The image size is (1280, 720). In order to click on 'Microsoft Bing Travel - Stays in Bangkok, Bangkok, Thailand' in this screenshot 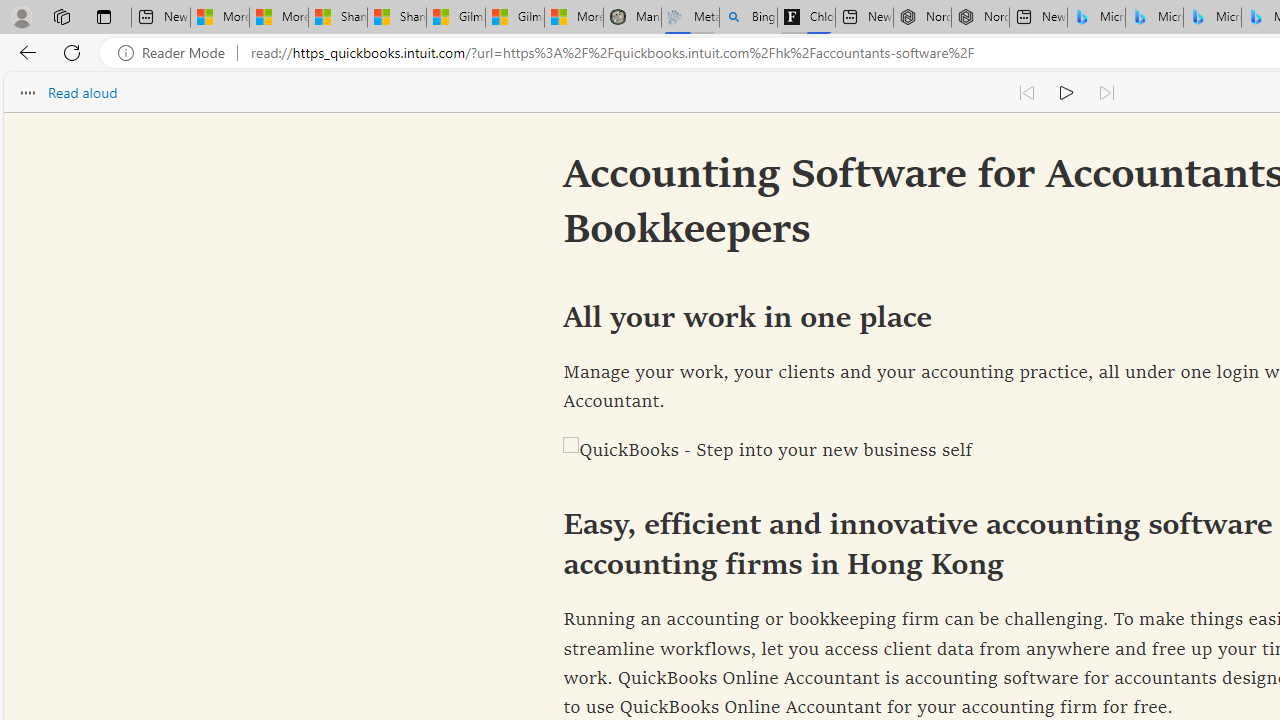, I will do `click(1154, 17)`.